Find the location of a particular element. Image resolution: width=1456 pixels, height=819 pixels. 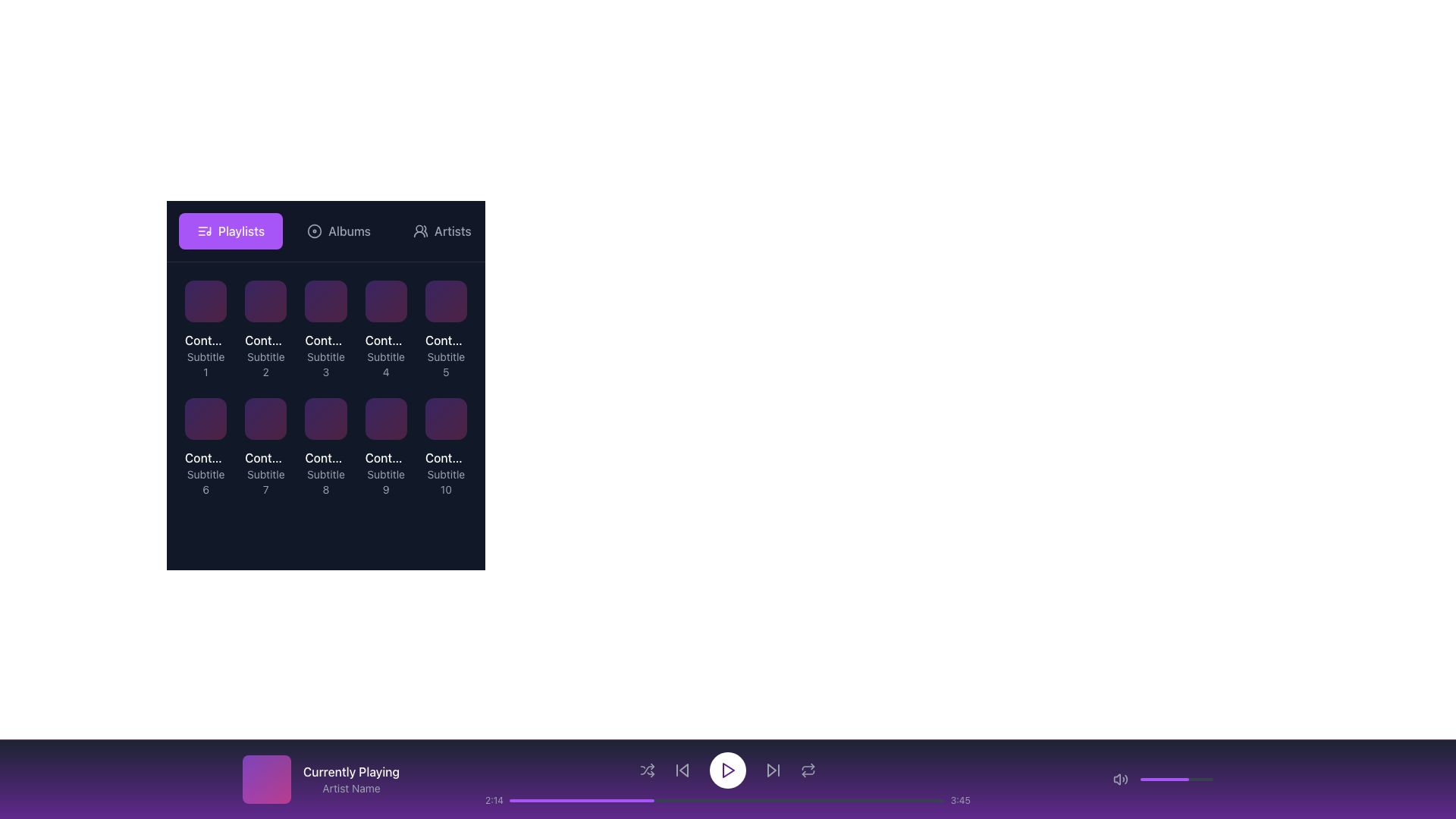

time-related value displayed on the static text label located on the far right of the horizontal row, adjacent to a similar timestamp and a progress bar is located at coordinates (959, 800).